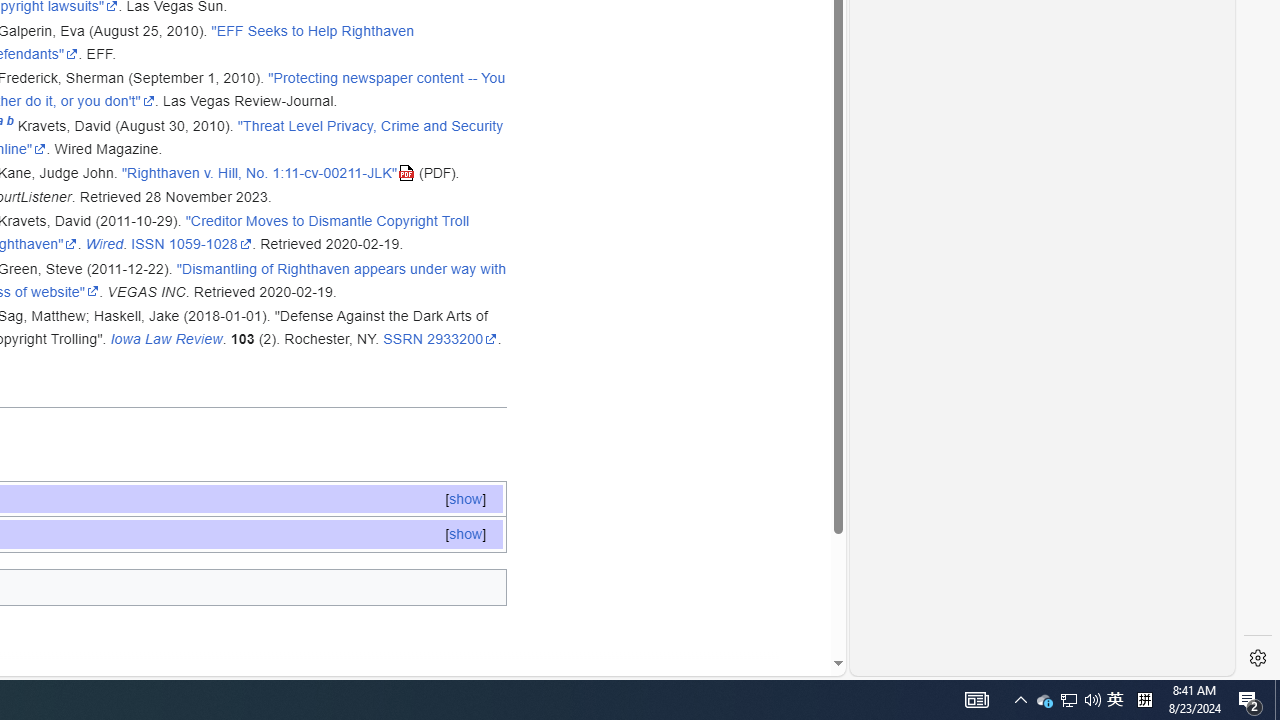 Image resolution: width=1280 pixels, height=720 pixels. Describe the element at coordinates (146, 243) in the screenshot. I see `'ISSN'` at that location.